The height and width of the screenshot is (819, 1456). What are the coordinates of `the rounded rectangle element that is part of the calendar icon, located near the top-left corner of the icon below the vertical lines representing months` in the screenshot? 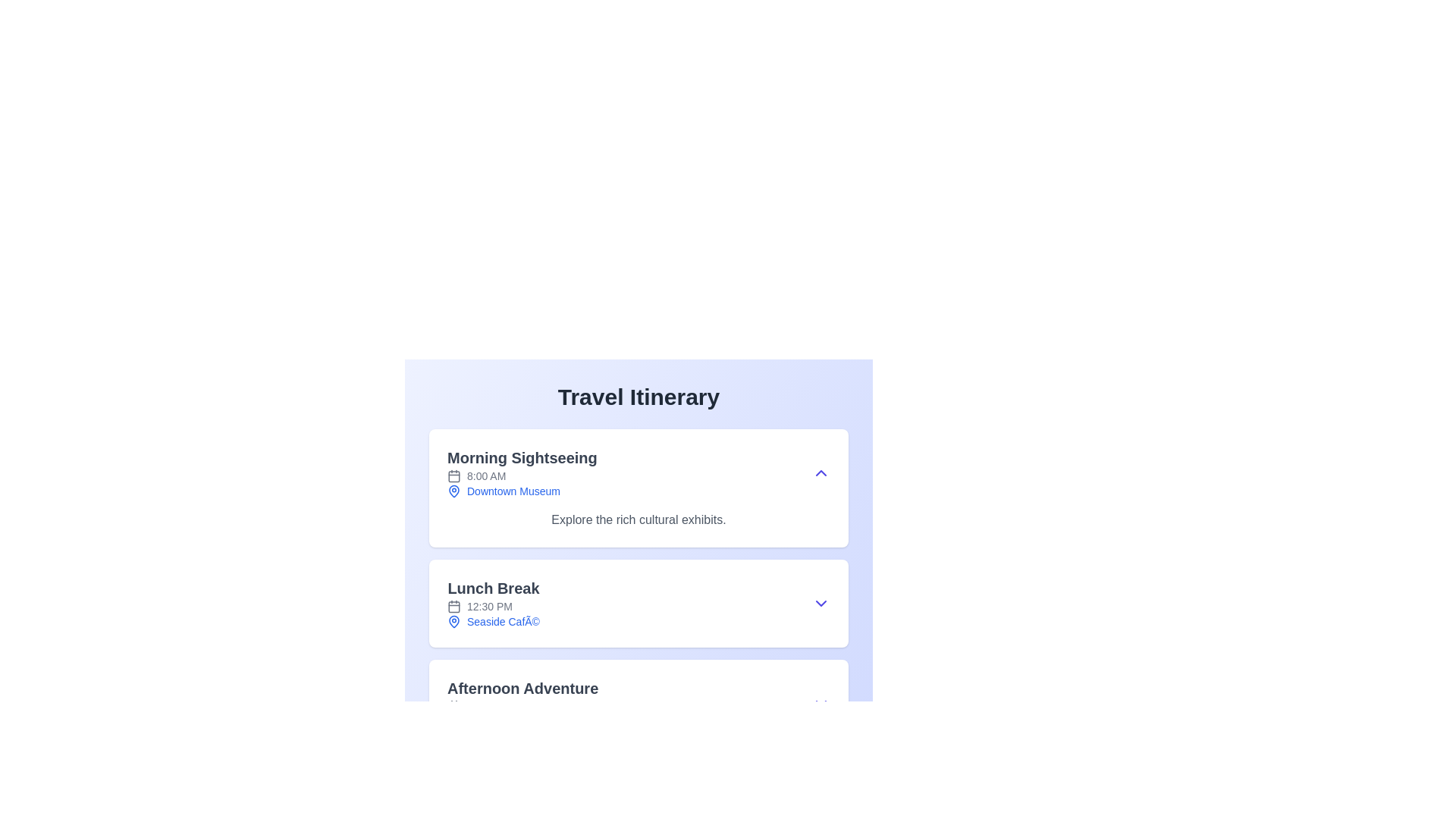 It's located at (453, 475).